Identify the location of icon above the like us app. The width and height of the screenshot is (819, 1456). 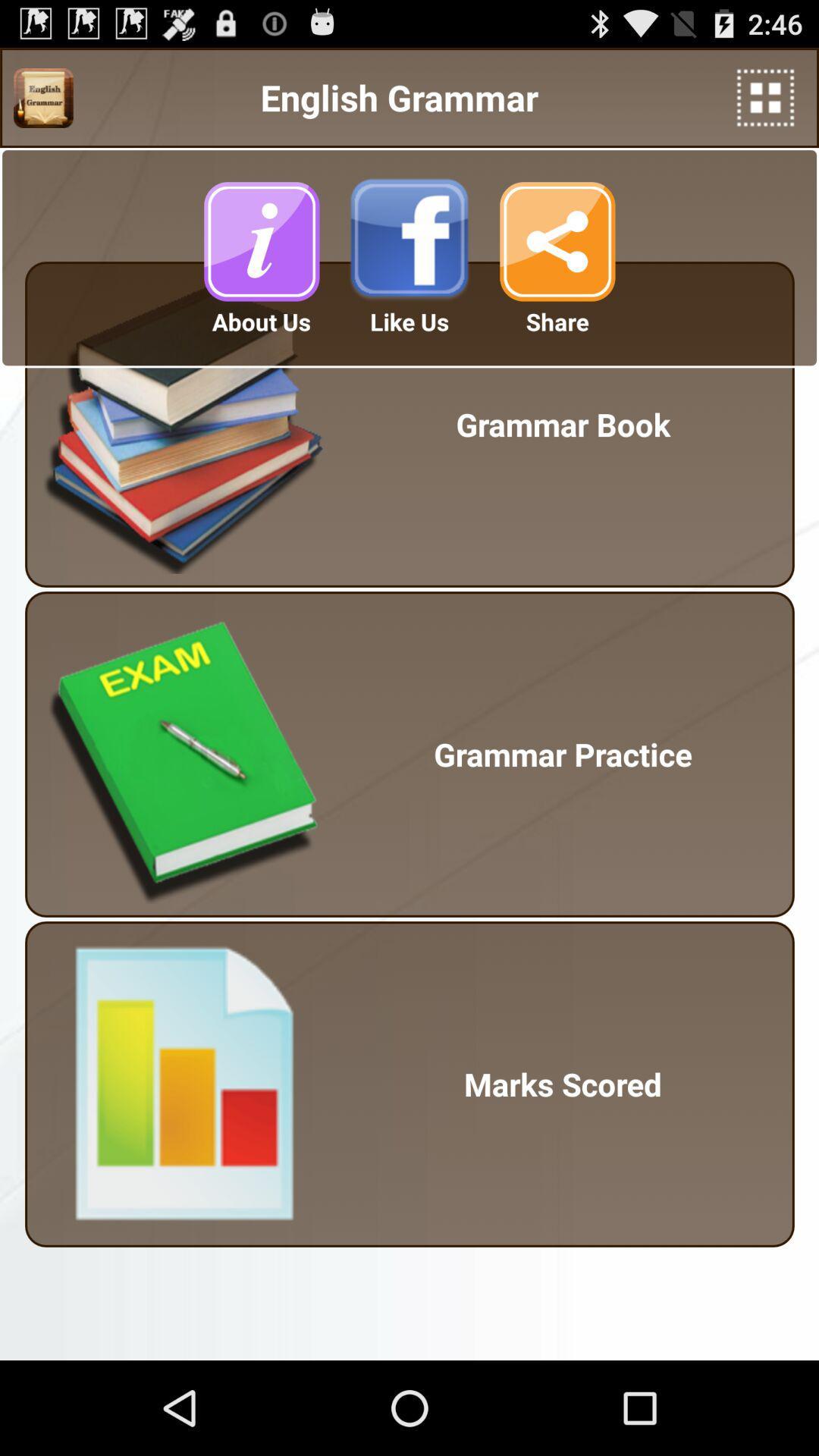
(409, 240).